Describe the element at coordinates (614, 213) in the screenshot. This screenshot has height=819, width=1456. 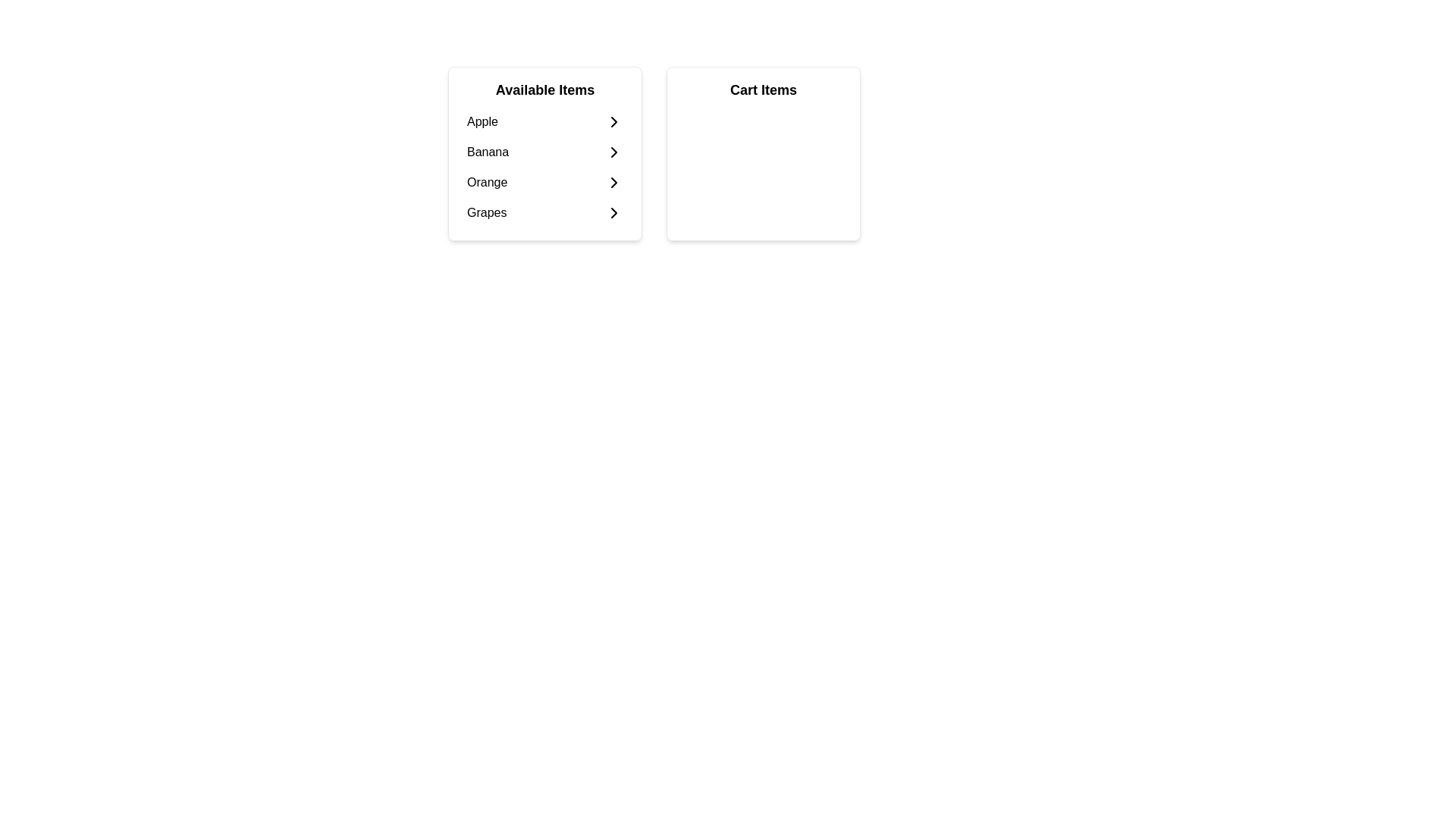
I see `the right-pointing chevron icon located at the far-right end of the 'Grapes' row` at that location.